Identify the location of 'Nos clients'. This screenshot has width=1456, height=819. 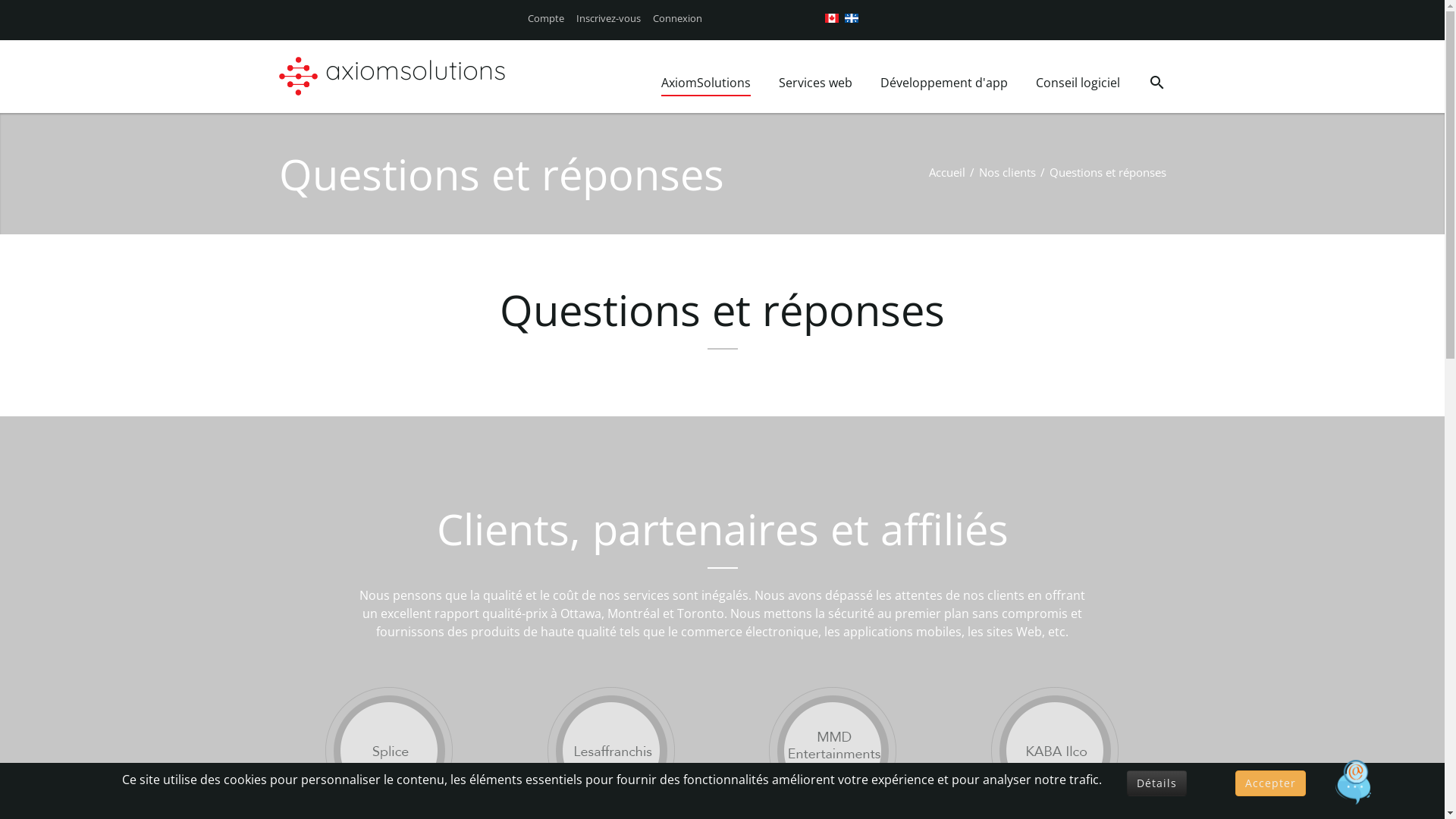
(1006, 171).